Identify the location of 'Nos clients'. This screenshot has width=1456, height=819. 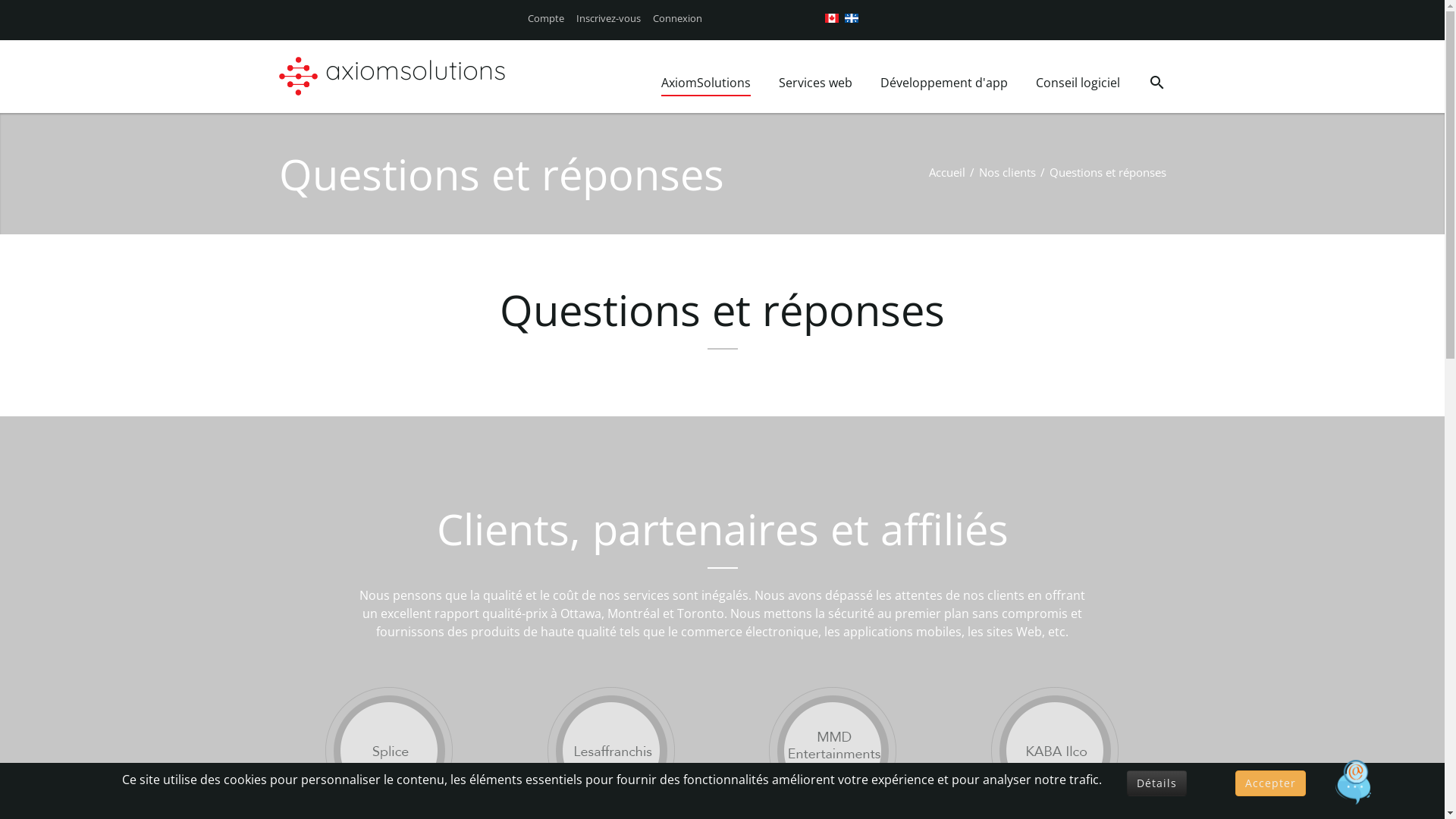
(1006, 171).